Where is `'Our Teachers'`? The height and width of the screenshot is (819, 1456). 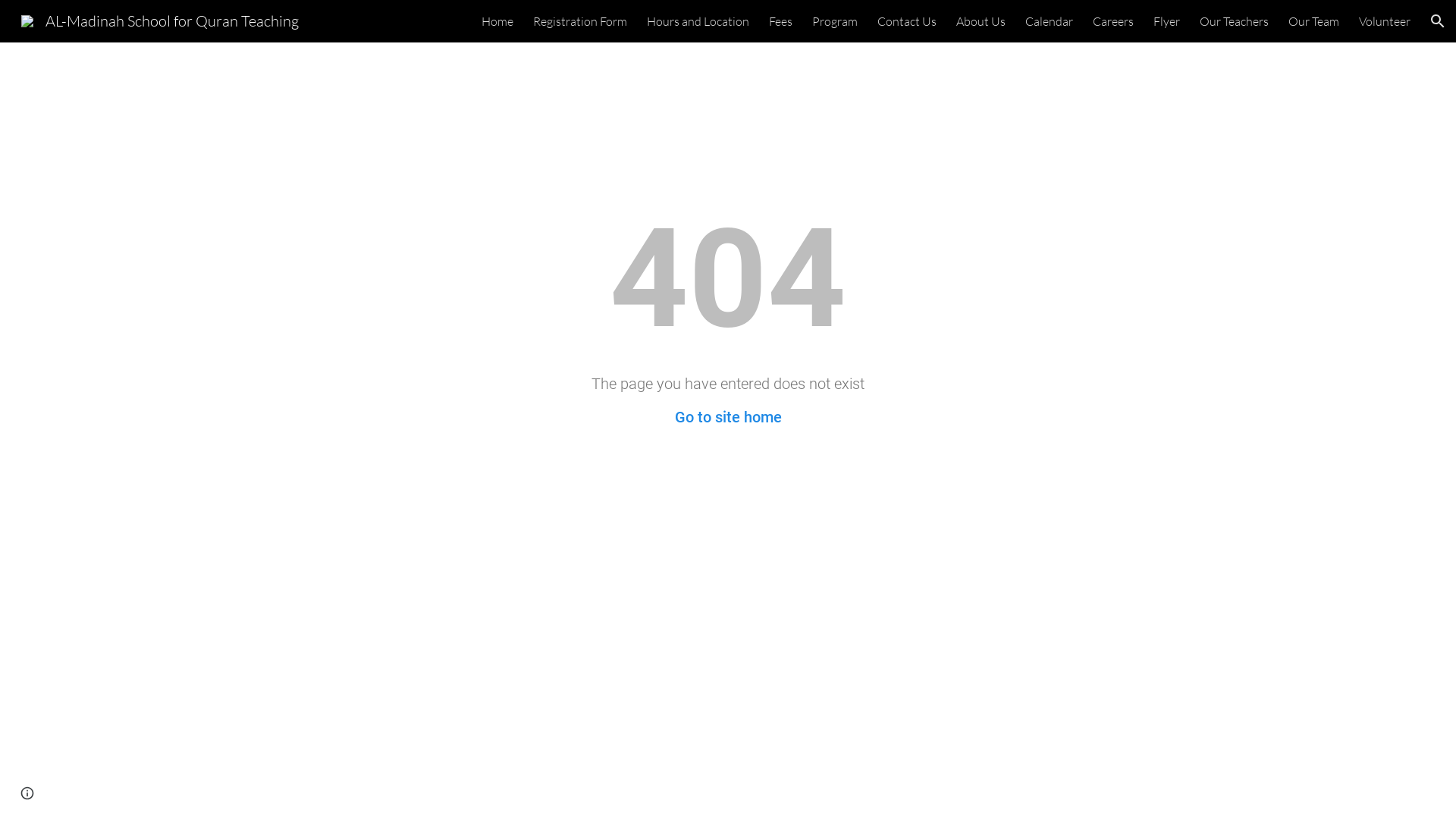 'Our Teachers' is located at coordinates (1234, 20).